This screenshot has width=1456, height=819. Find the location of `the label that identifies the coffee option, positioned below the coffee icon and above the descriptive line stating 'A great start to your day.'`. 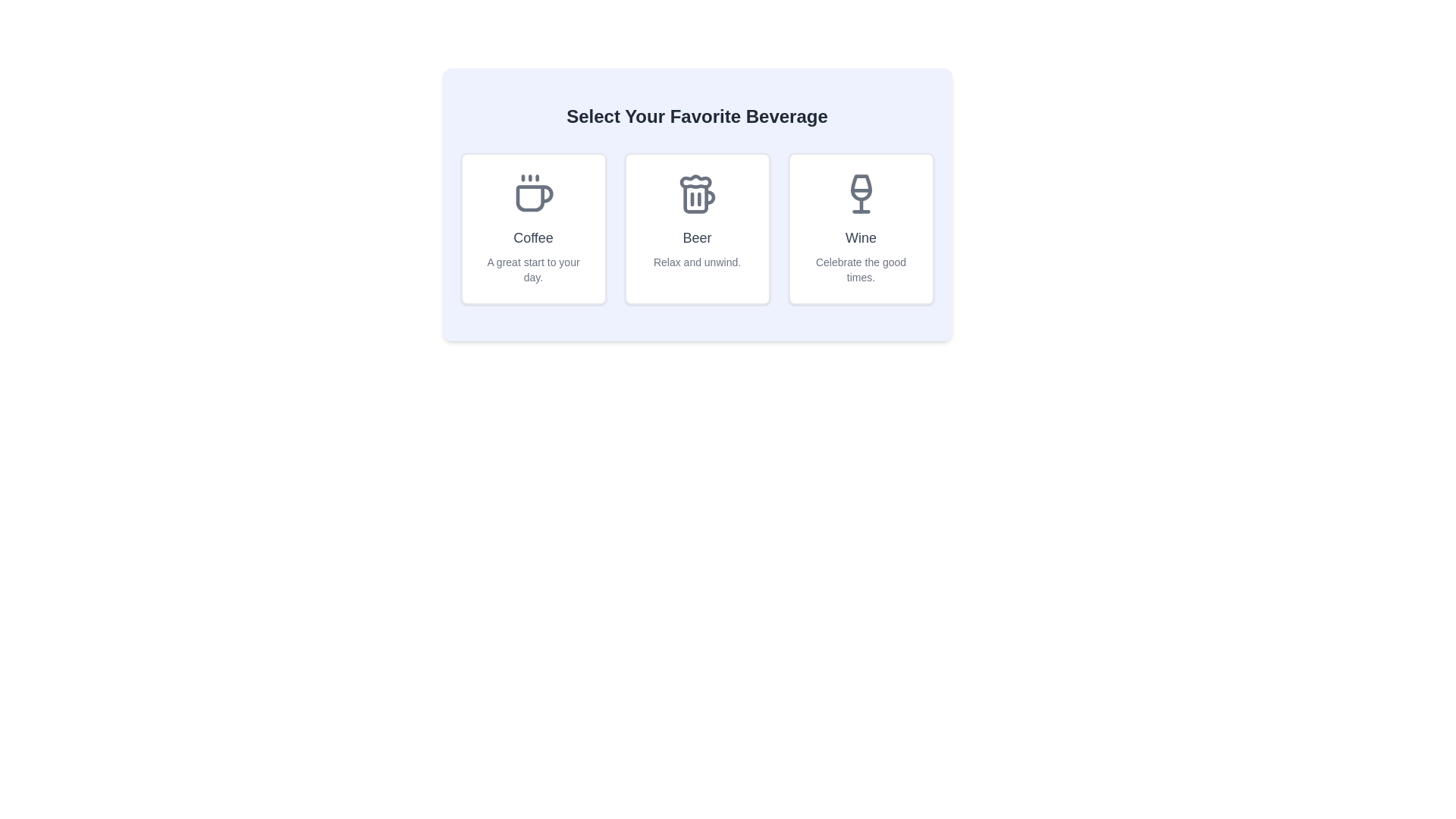

the label that identifies the coffee option, positioned below the coffee icon and above the descriptive line stating 'A great start to your day.' is located at coordinates (533, 237).